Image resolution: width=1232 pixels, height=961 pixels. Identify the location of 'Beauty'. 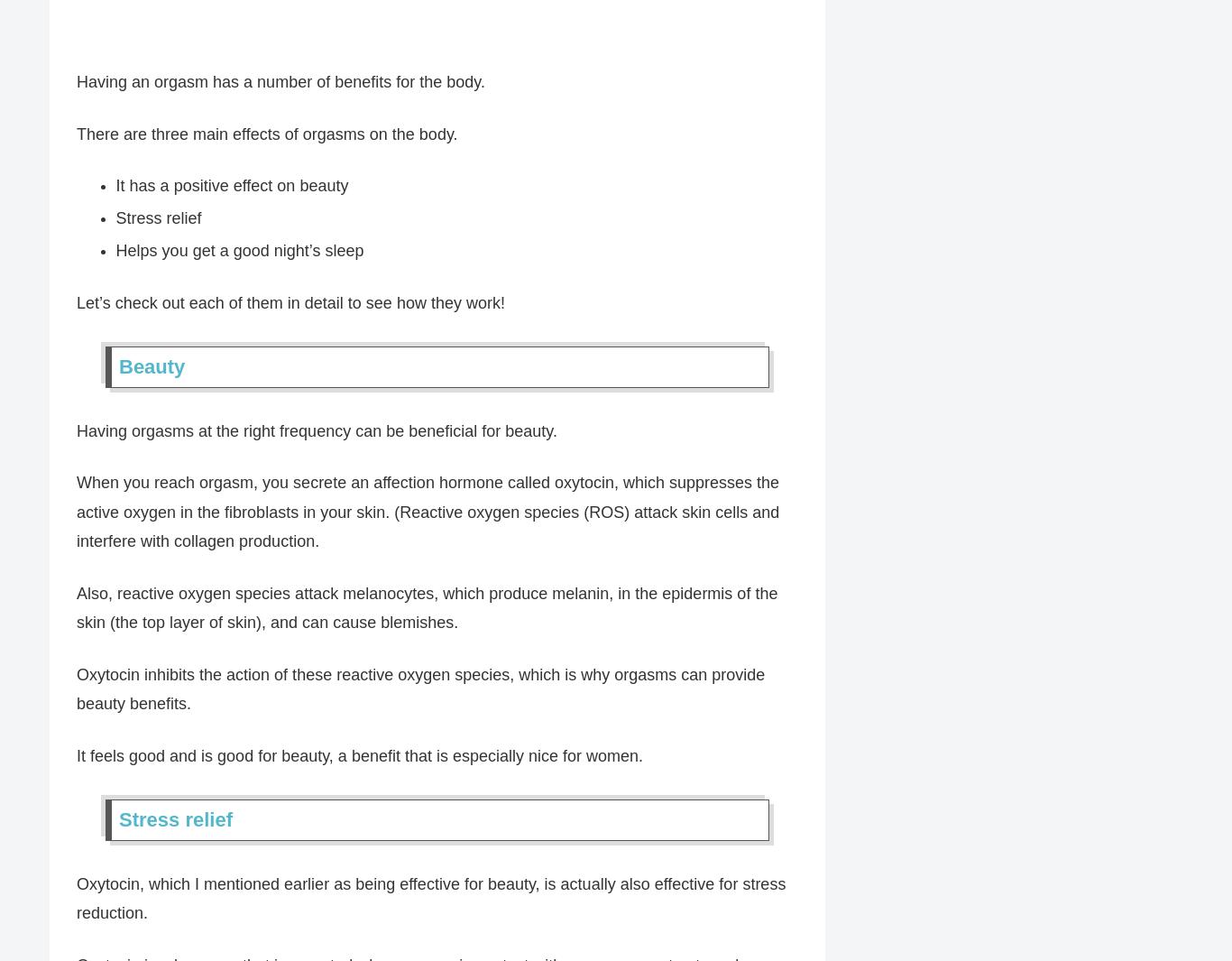
(151, 367).